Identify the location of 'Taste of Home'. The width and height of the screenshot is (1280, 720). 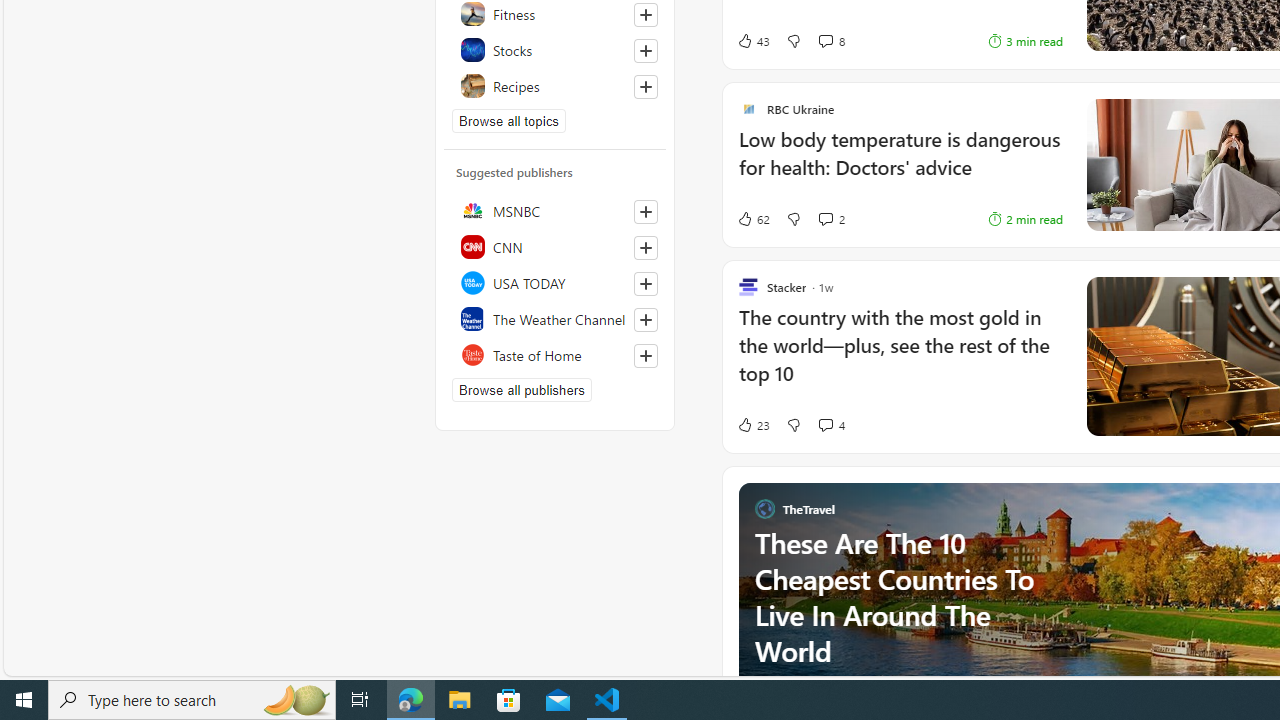
(555, 353).